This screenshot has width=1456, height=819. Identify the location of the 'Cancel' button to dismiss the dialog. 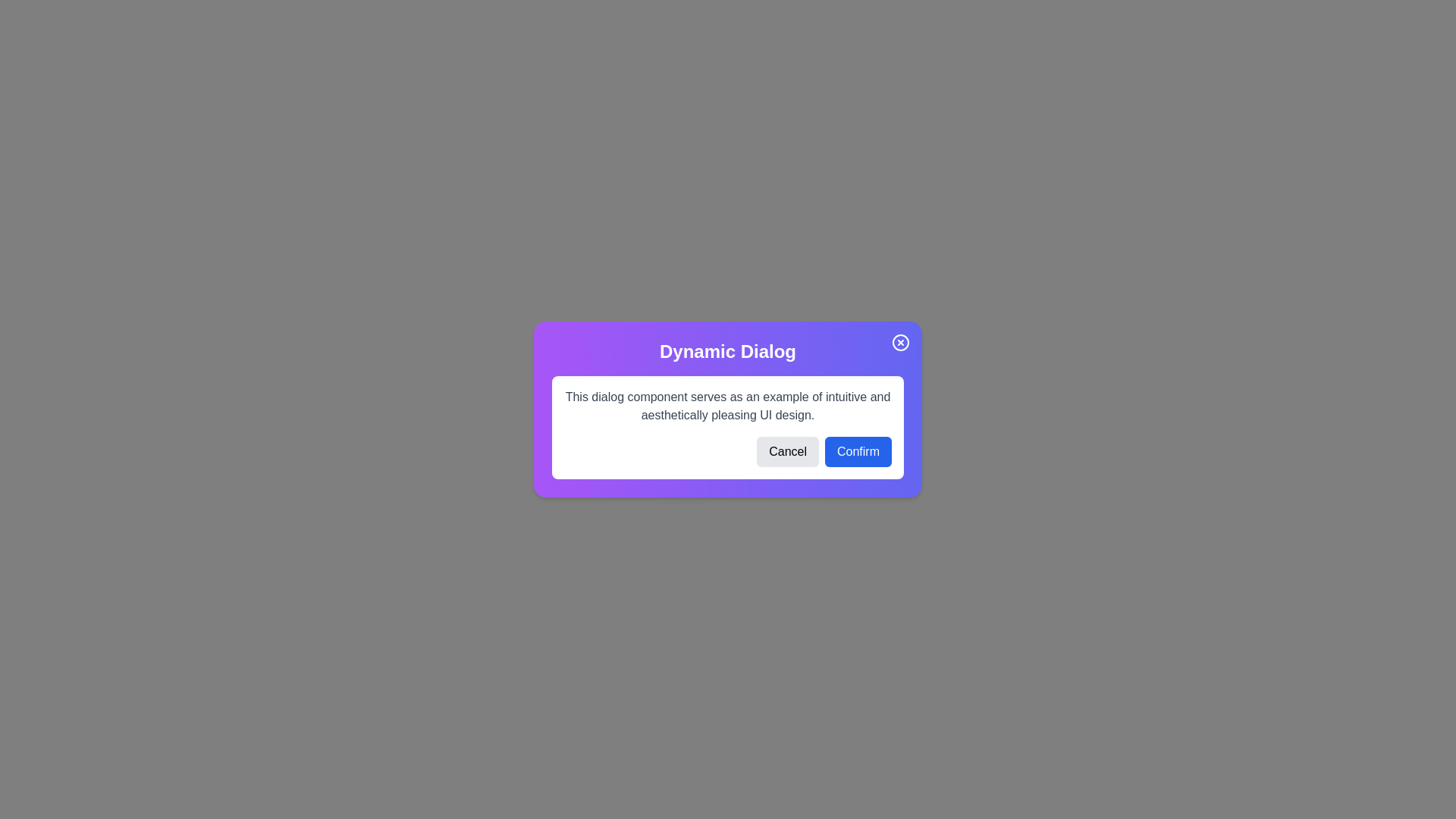
(787, 451).